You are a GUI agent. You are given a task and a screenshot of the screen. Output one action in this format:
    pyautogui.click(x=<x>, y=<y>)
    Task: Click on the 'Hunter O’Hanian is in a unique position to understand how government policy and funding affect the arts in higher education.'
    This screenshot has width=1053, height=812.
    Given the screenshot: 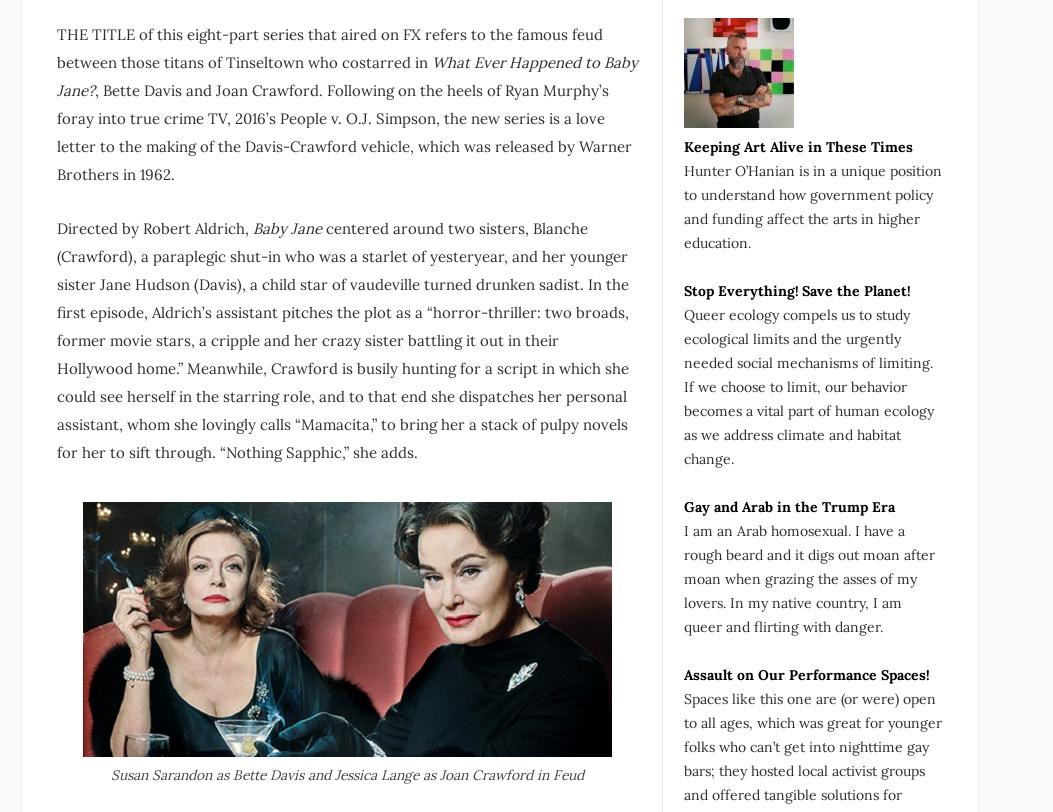 What is the action you would take?
    pyautogui.click(x=682, y=206)
    